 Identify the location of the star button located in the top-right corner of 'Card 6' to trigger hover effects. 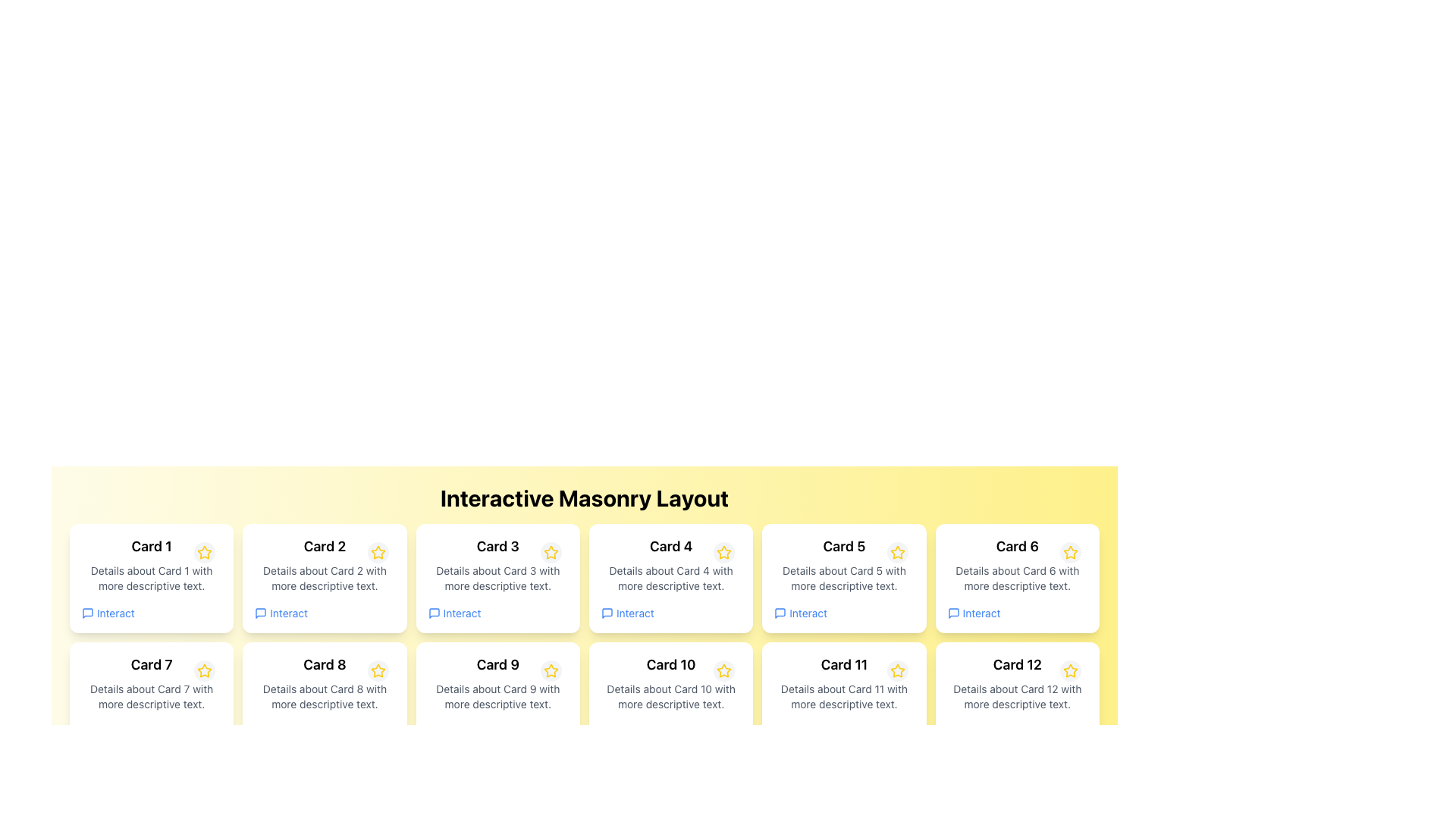
(1069, 553).